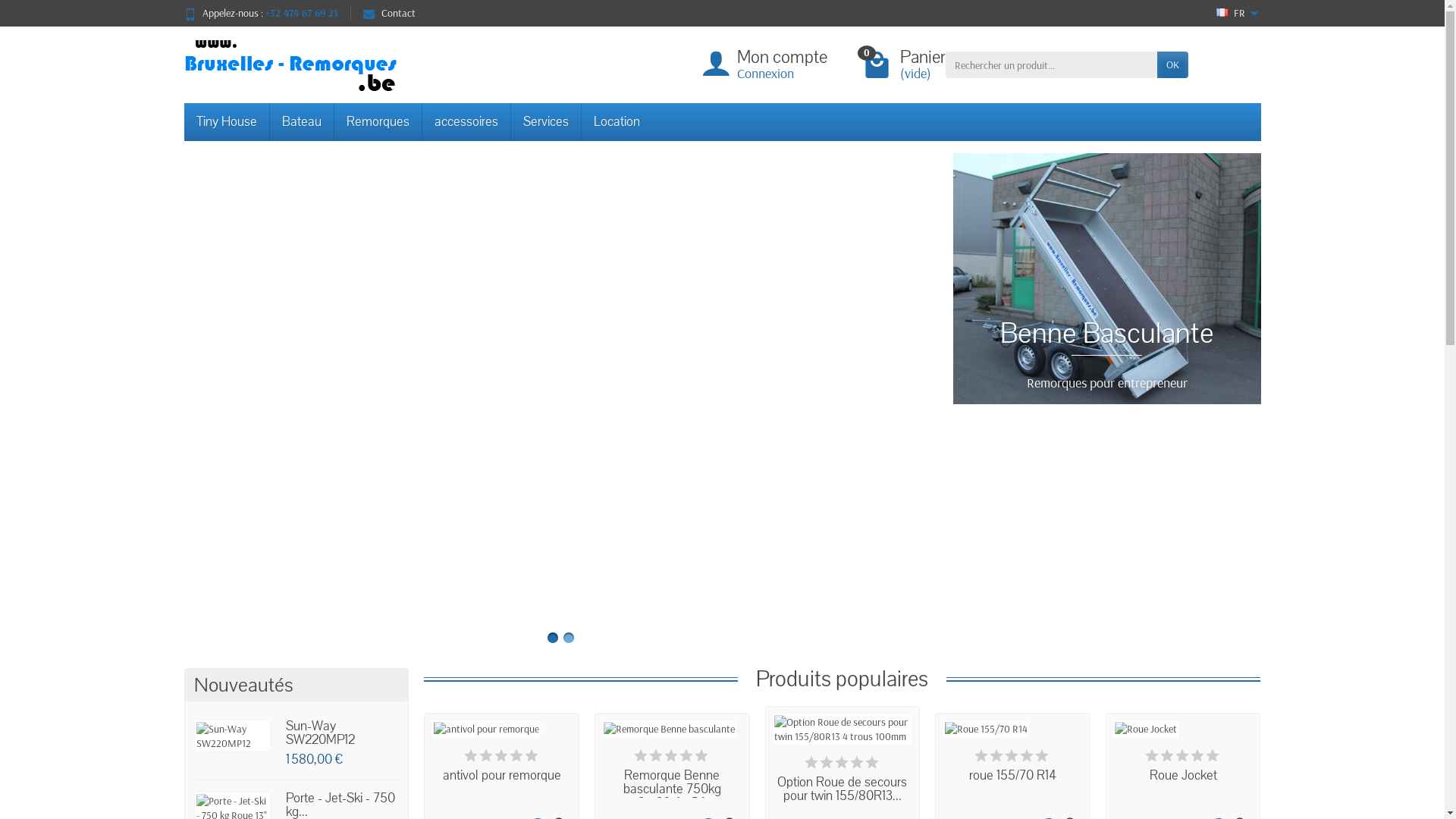 This screenshot has height=819, width=1456. Describe the element at coordinates (502, 775) in the screenshot. I see `'antivol pour remorque'` at that location.